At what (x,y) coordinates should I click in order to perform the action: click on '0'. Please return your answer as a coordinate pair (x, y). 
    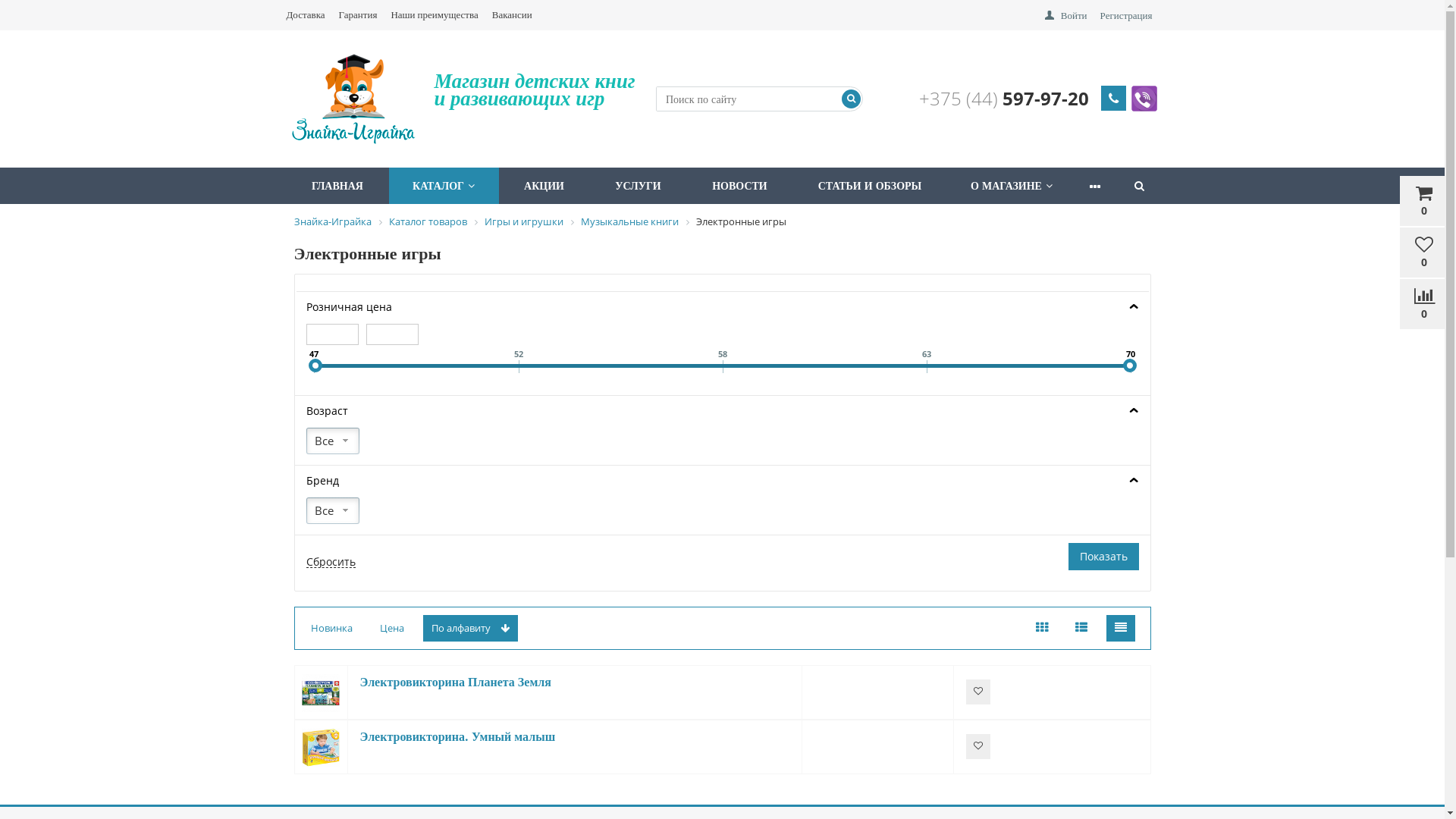
    Looking at the image, I should click on (1423, 200).